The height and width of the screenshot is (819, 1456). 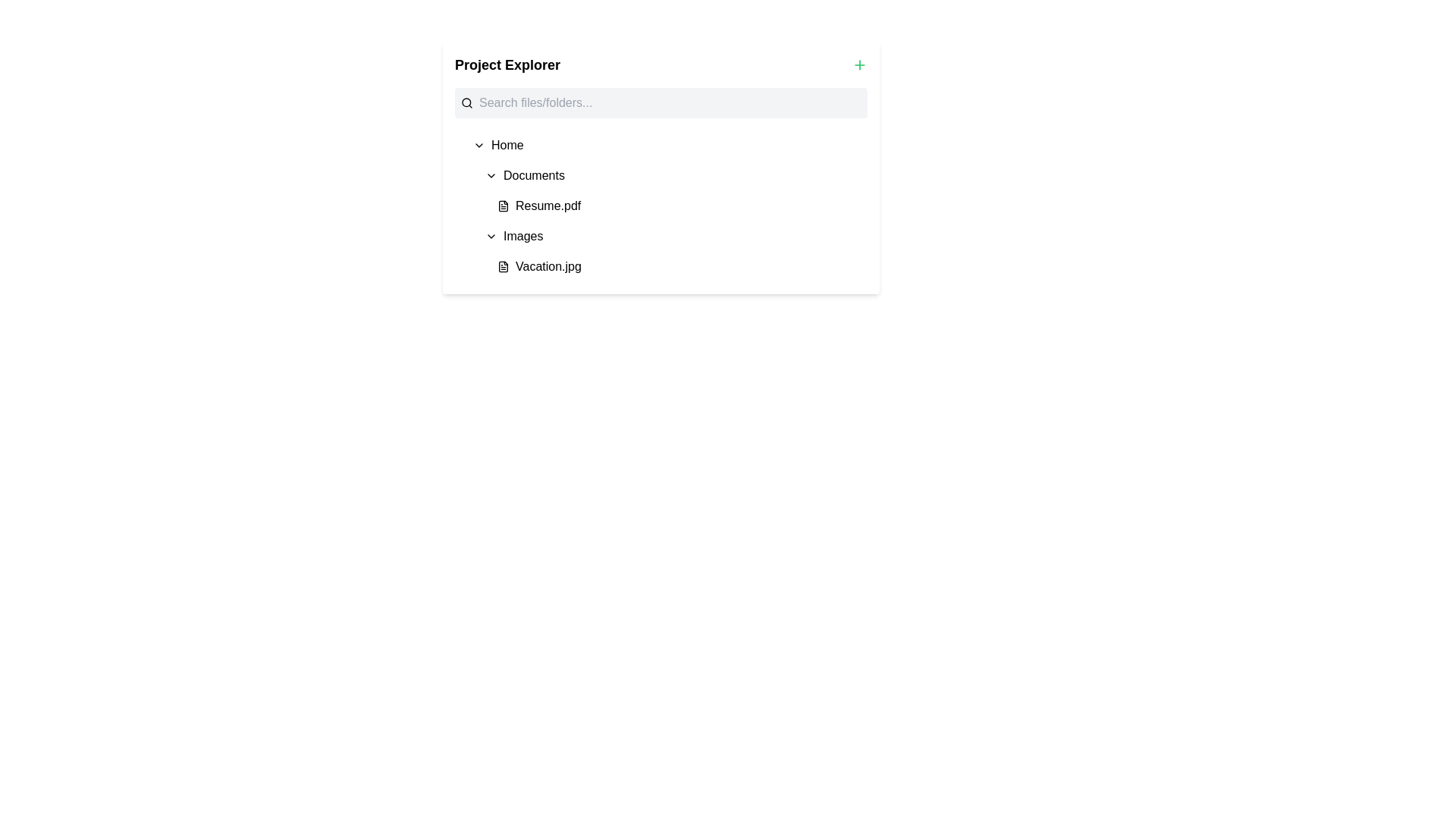 I want to click on the items in the Collapsible hierarchical list in the 'Project Explorer' section, so click(x=667, y=221).